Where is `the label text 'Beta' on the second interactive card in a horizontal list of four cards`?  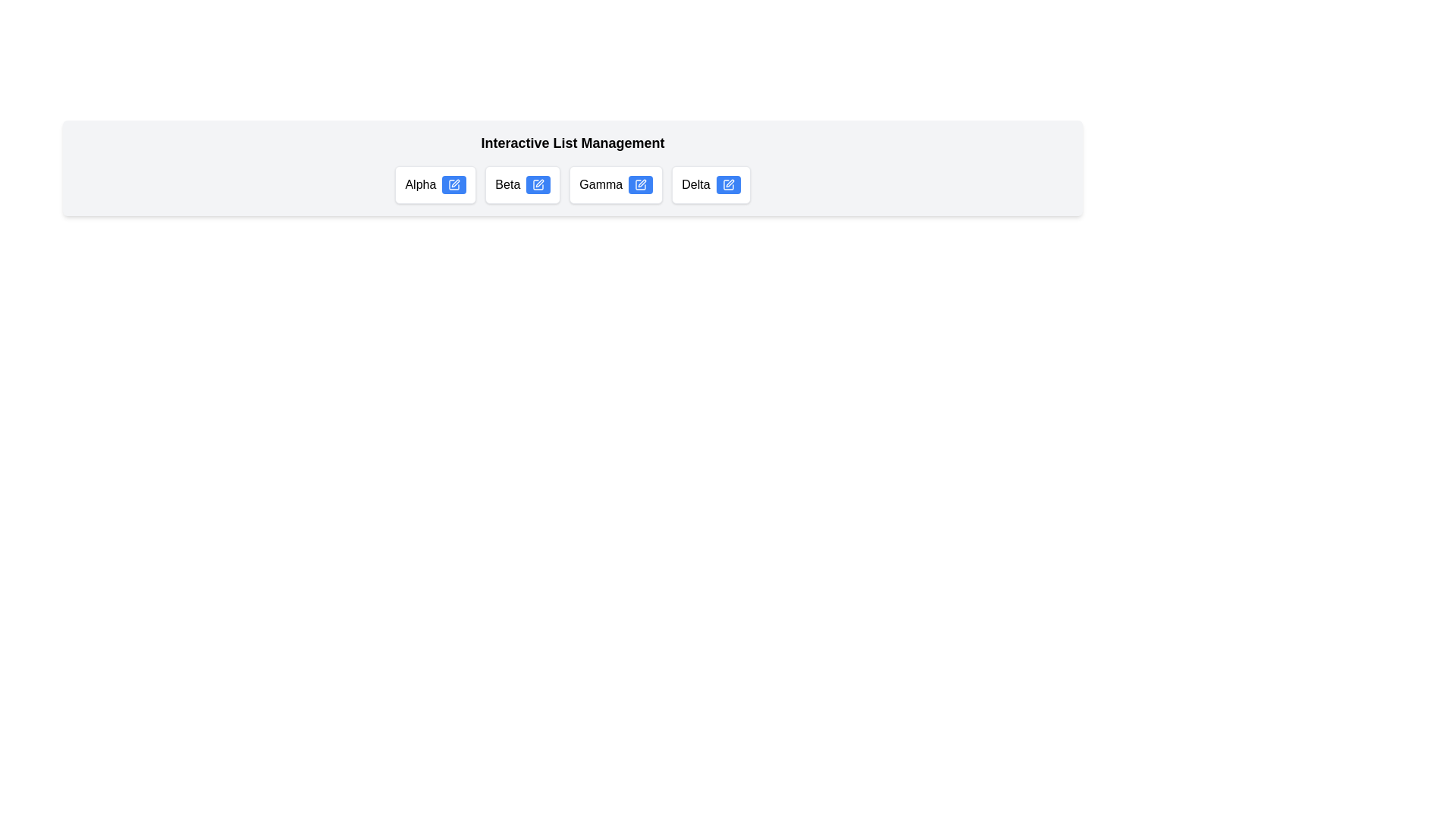
the label text 'Beta' on the second interactive card in a horizontal list of four cards is located at coordinates (522, 184).